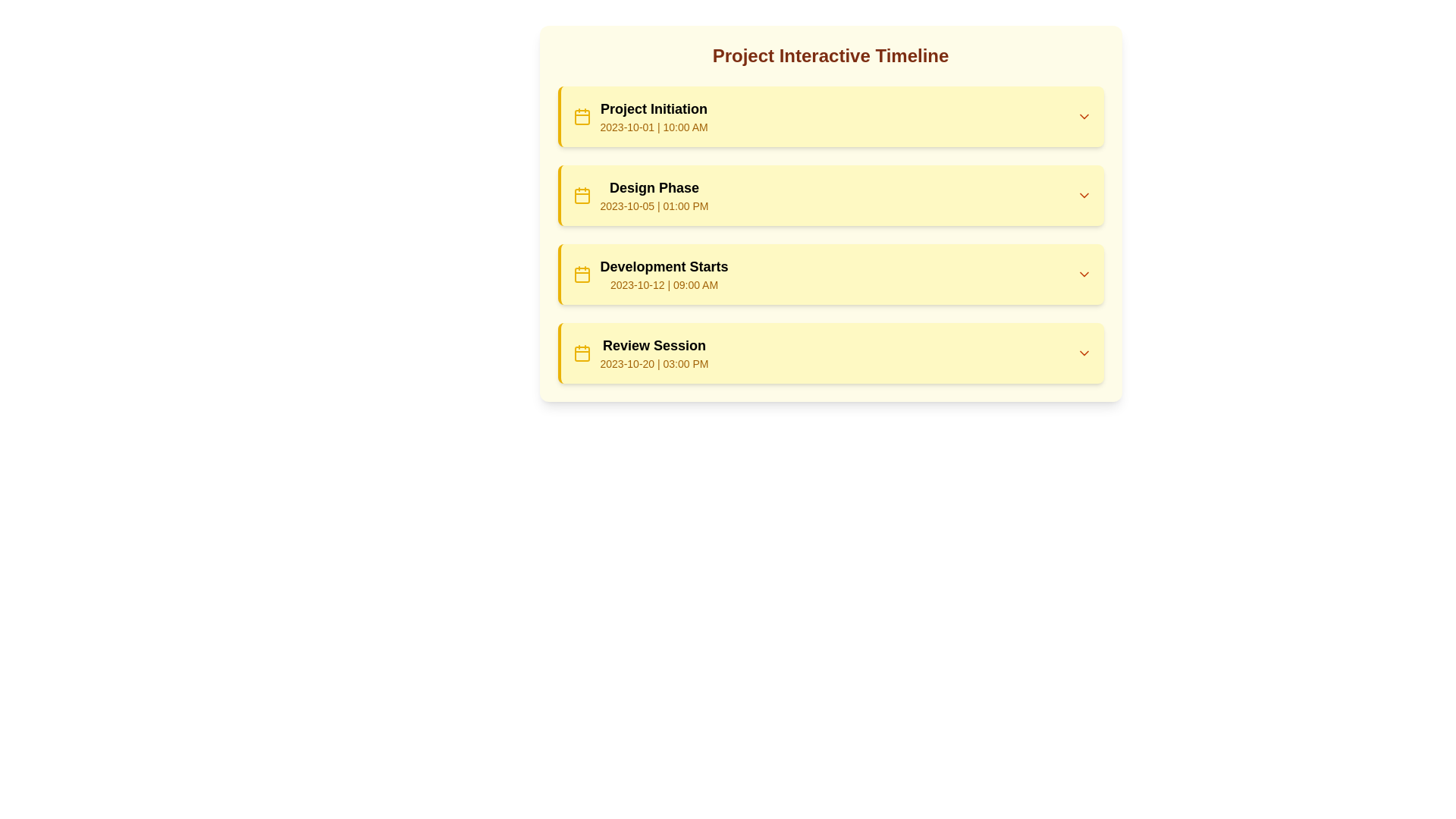 Image resolution: width=1456 pixels, height=819 pixels. I want to click on the Interactive List Item with Date and Time Details labeled 'Development Starts2023-10-12 | 09:00 AM', so click(831, 275).